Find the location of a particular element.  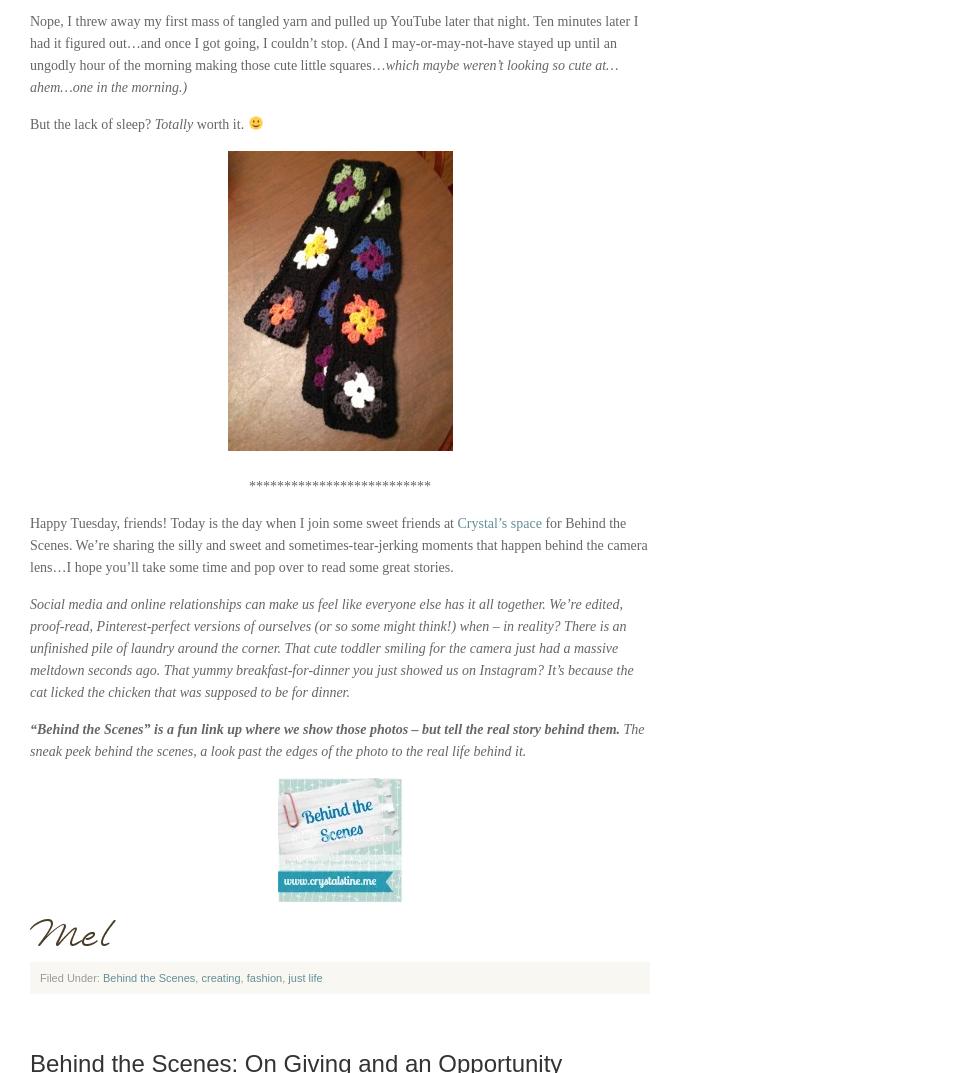

'fashion' is located at coordinates (264, 977).